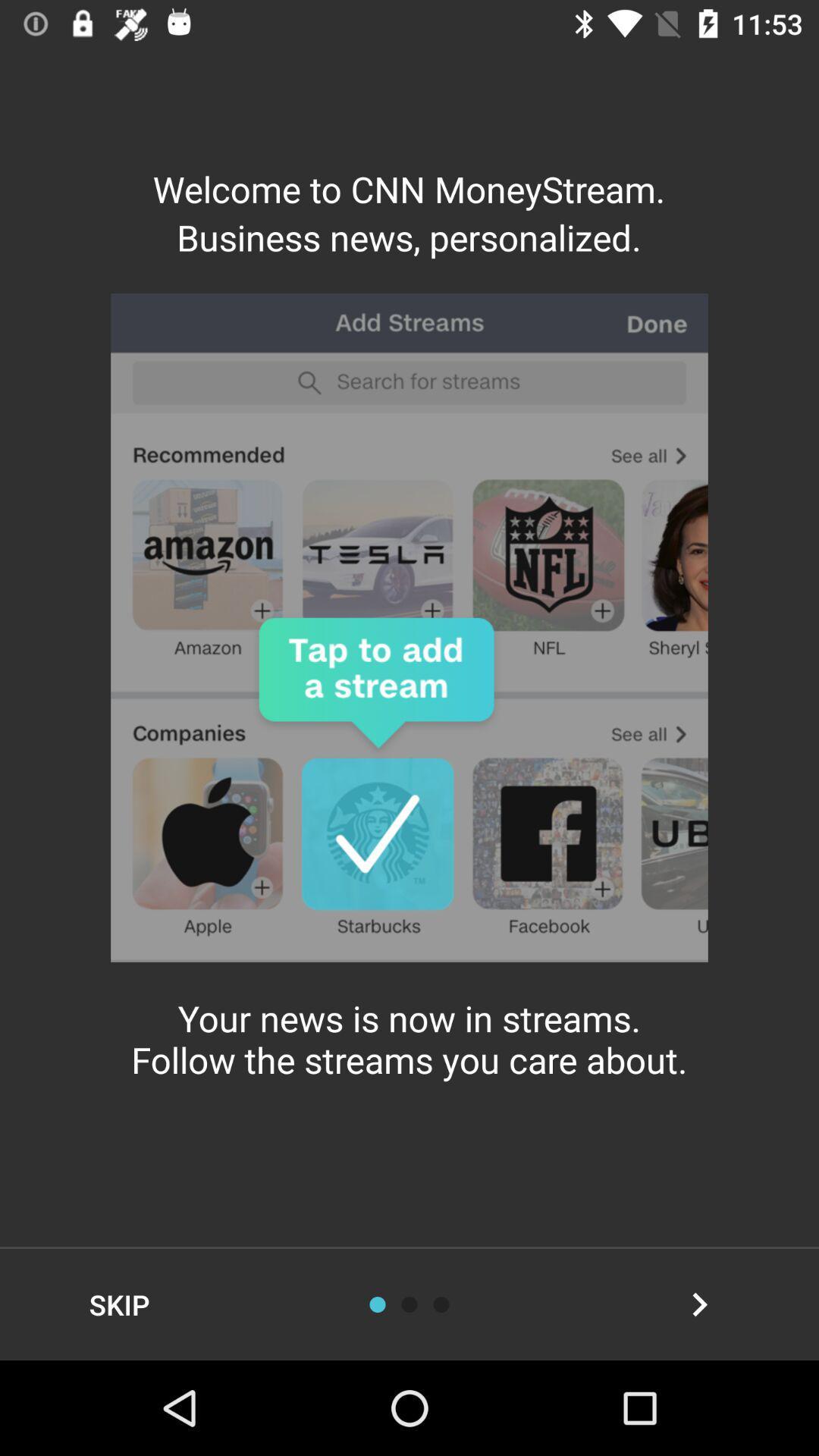 This screenshot has height=1456, width=819. Describe the element at coordinates (441, 1304) in the screenshot. I see `third page` at that location.